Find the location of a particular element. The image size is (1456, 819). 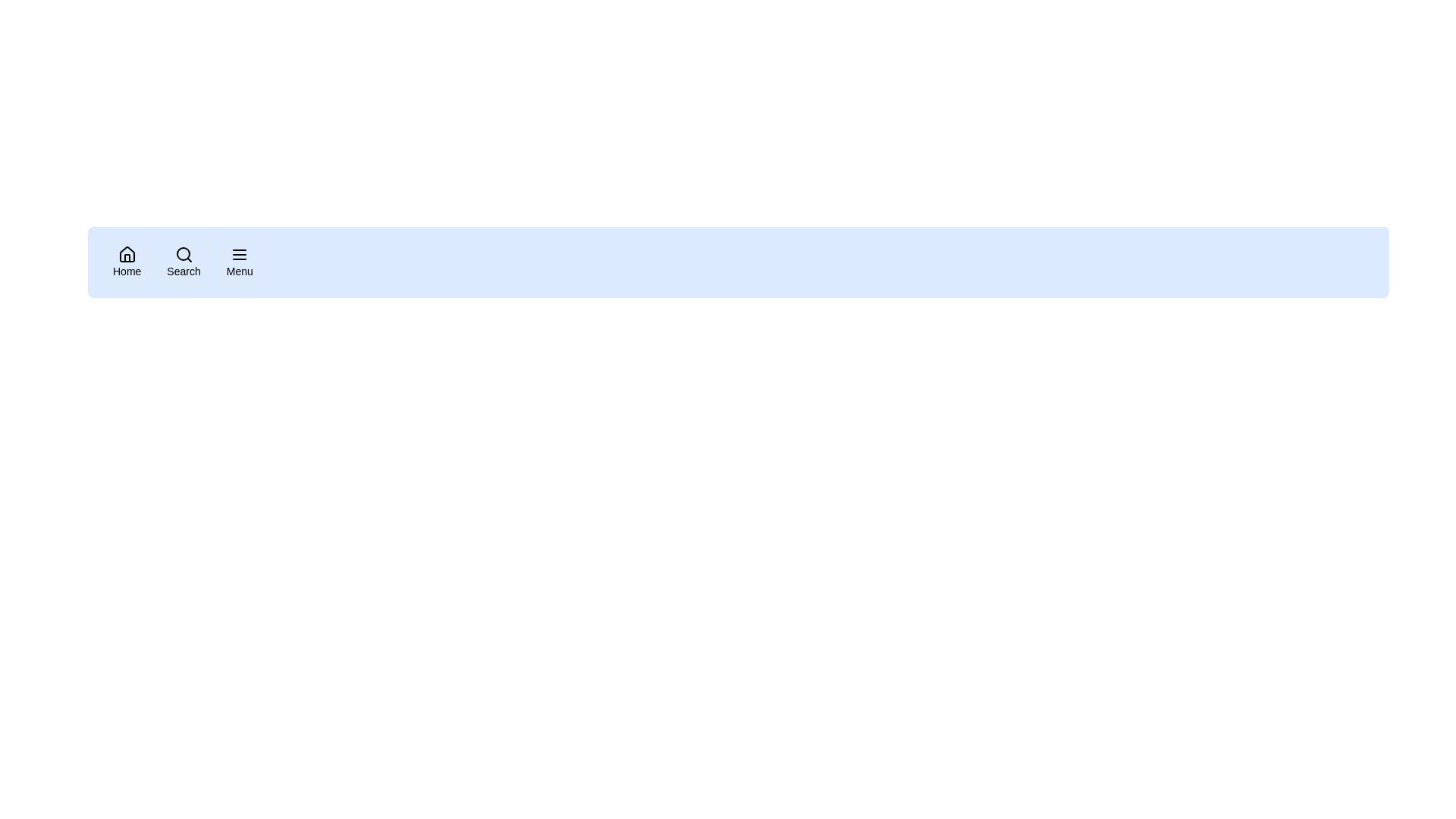

the 'Home' button, which is the first button on the left with a house icon and rounded border, to change its background color is located at coordinates (127, 262).